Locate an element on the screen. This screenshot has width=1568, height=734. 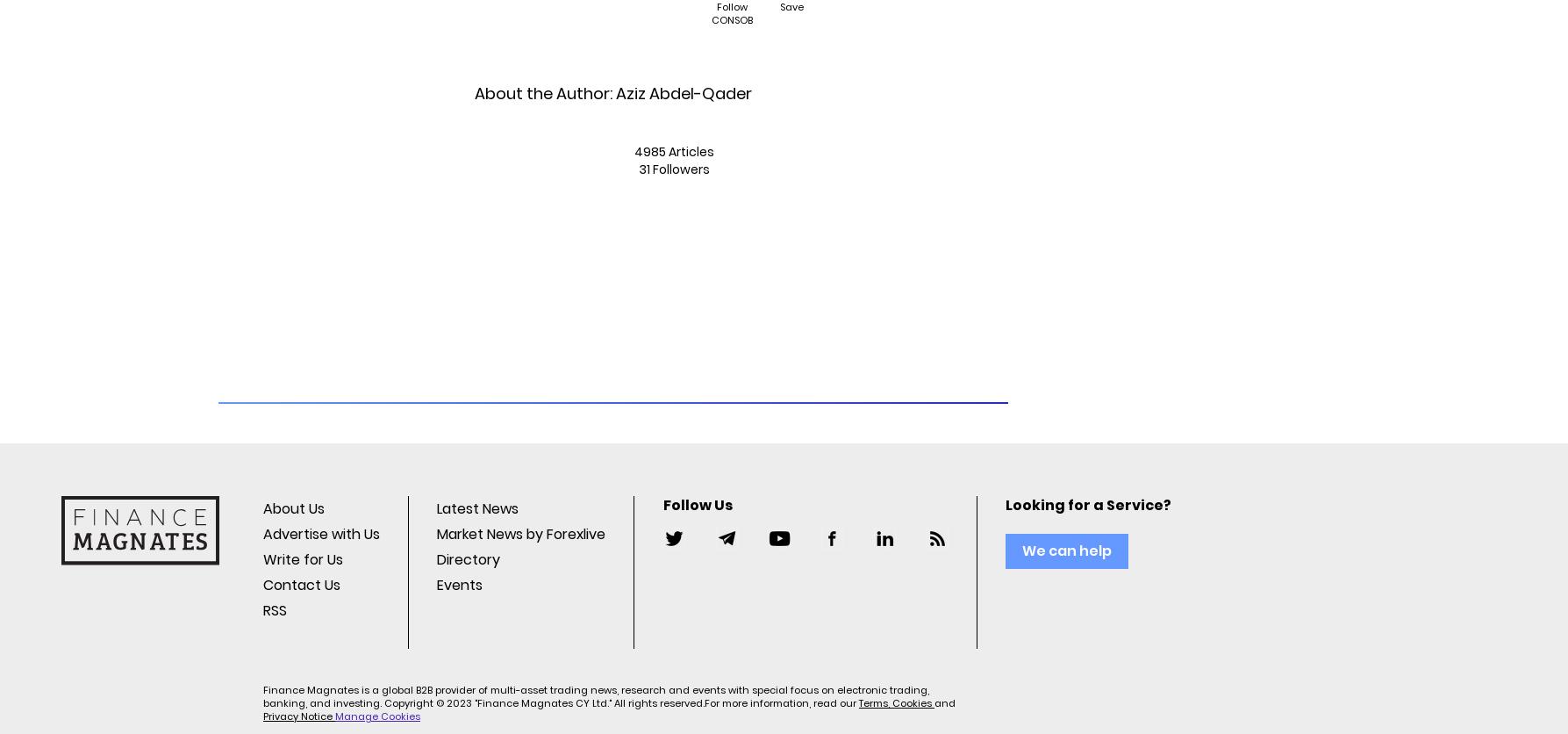
'RSS' is located at coordinates (274, 610).